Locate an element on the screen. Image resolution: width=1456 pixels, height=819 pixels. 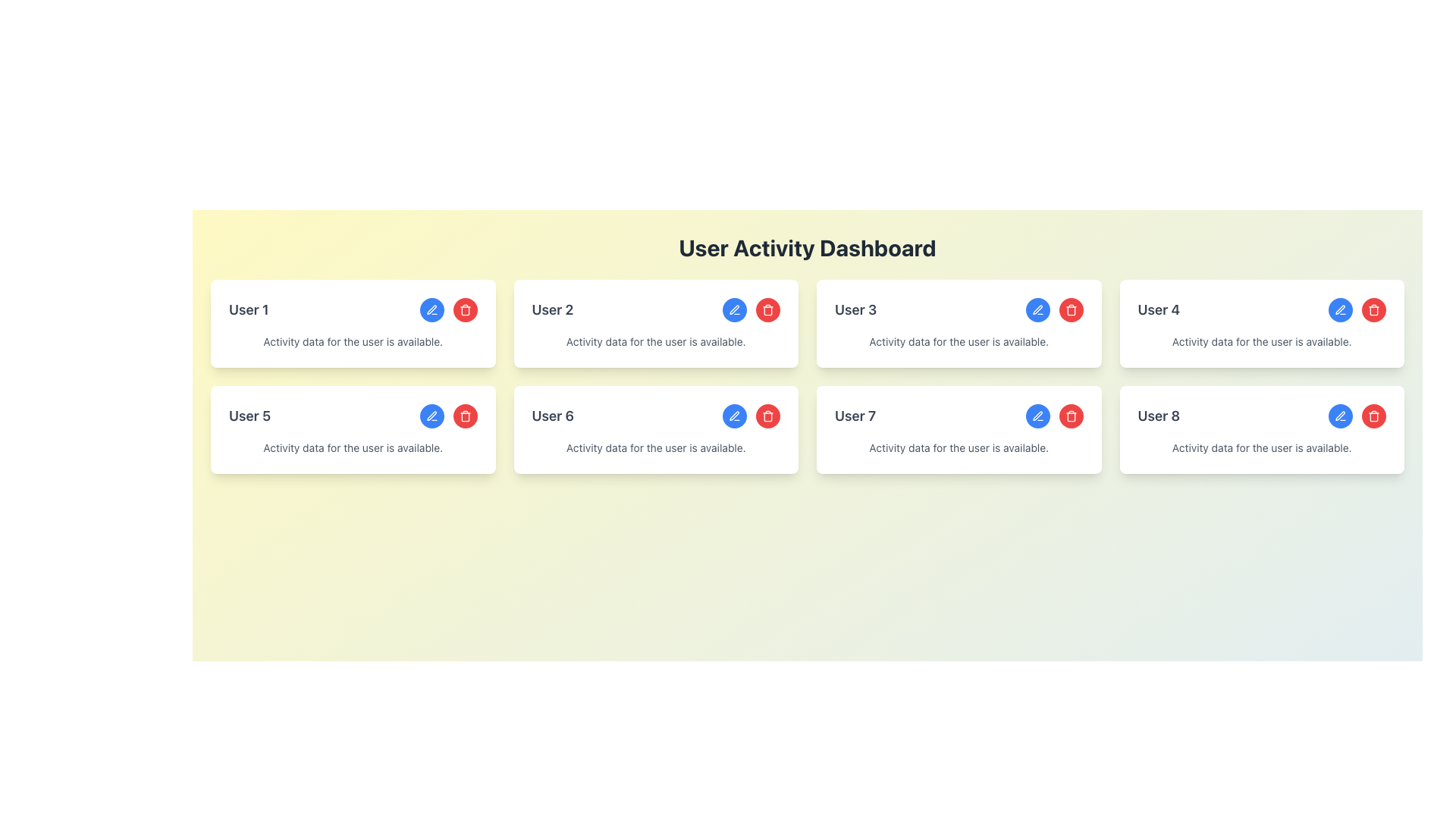
the static informational text line providing activity status for 'User 3' located in the third column of the top row is located at coordinates (958, 342).